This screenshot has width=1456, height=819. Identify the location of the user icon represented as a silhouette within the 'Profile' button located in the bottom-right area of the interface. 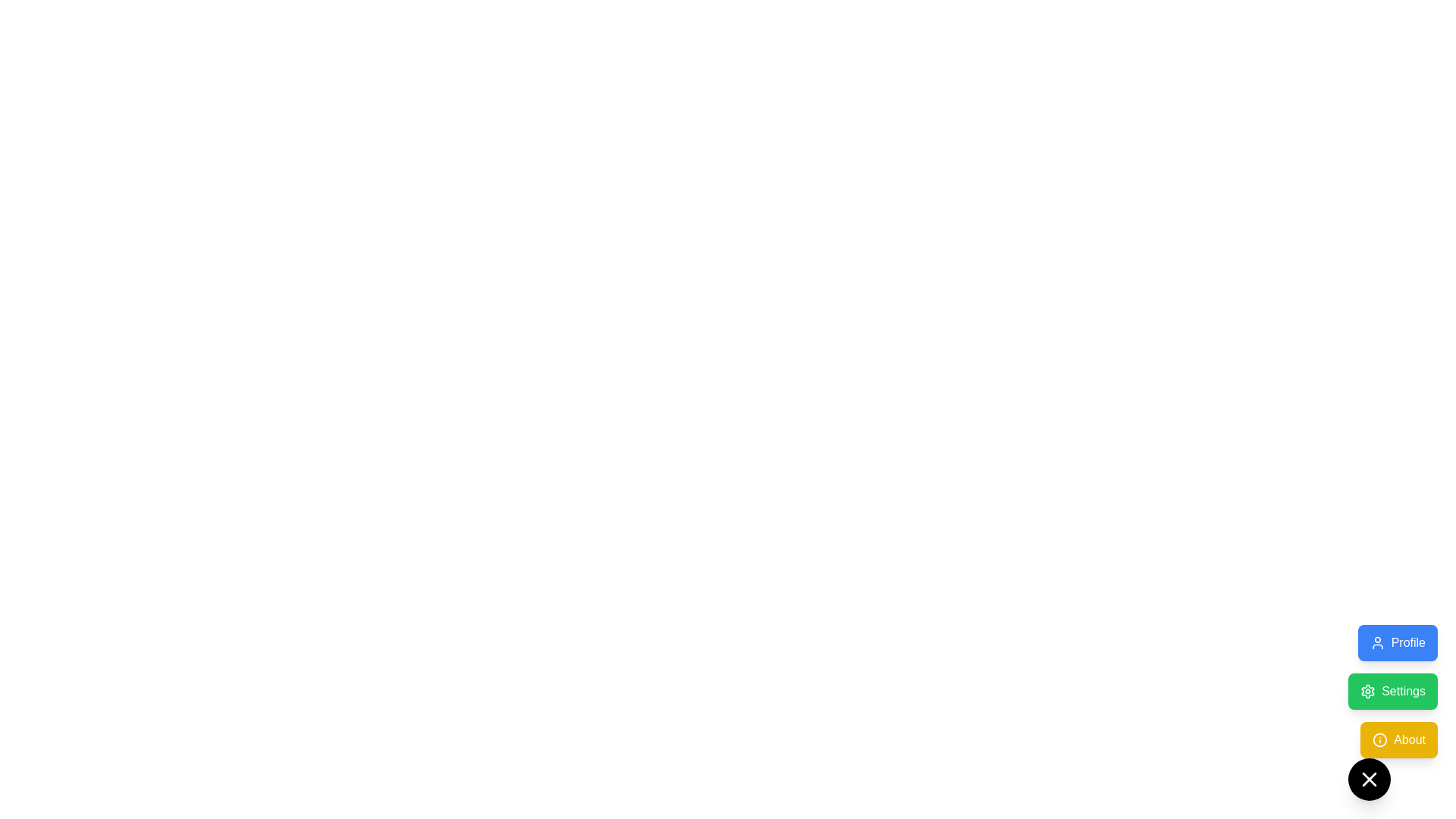
(1377, 643).